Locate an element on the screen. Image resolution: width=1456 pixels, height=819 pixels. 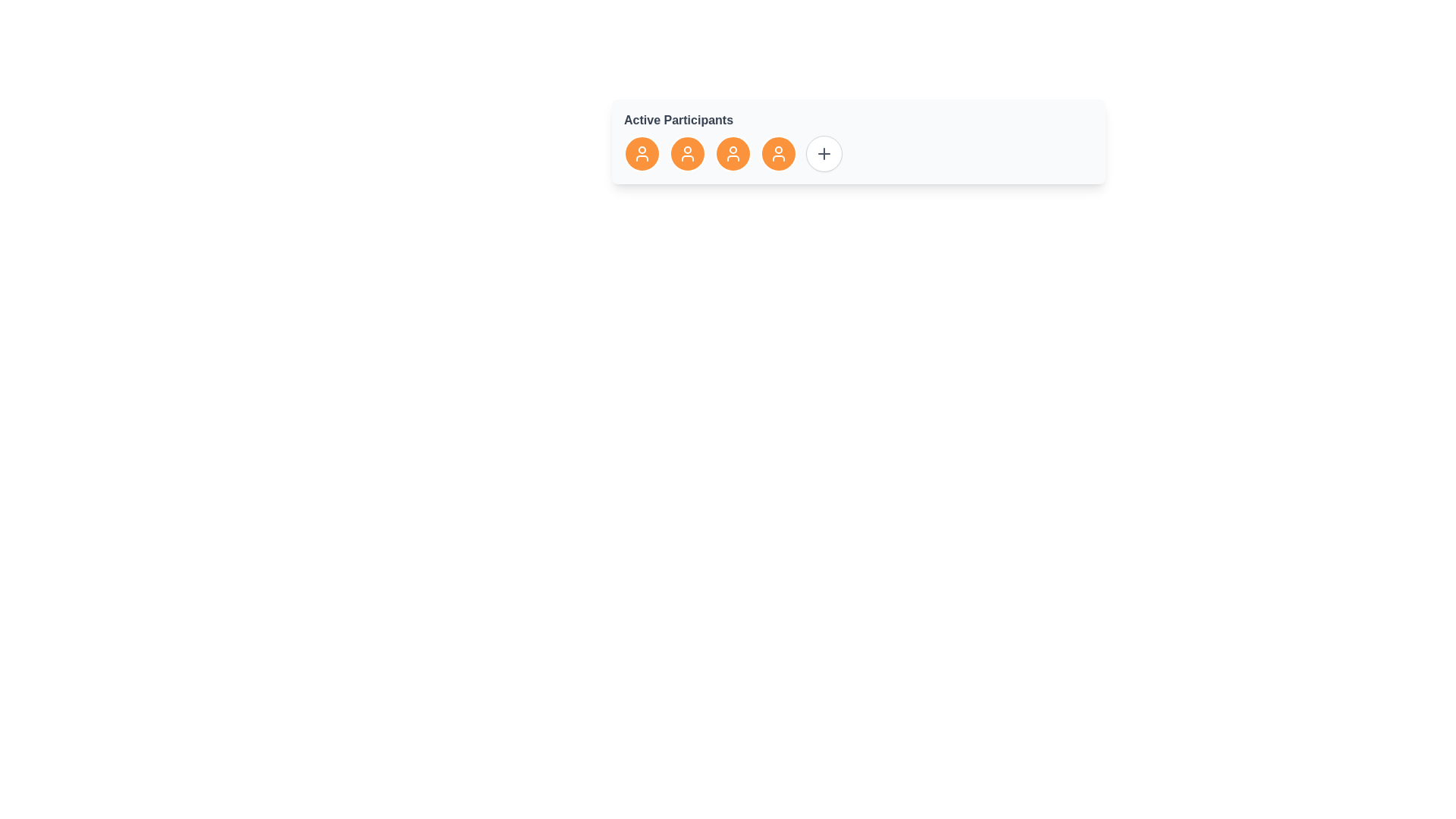
the 'Active Participants' text displayed in bold dark-gray font at the top-left corner of its containing card is located at coordinates (678, 119).